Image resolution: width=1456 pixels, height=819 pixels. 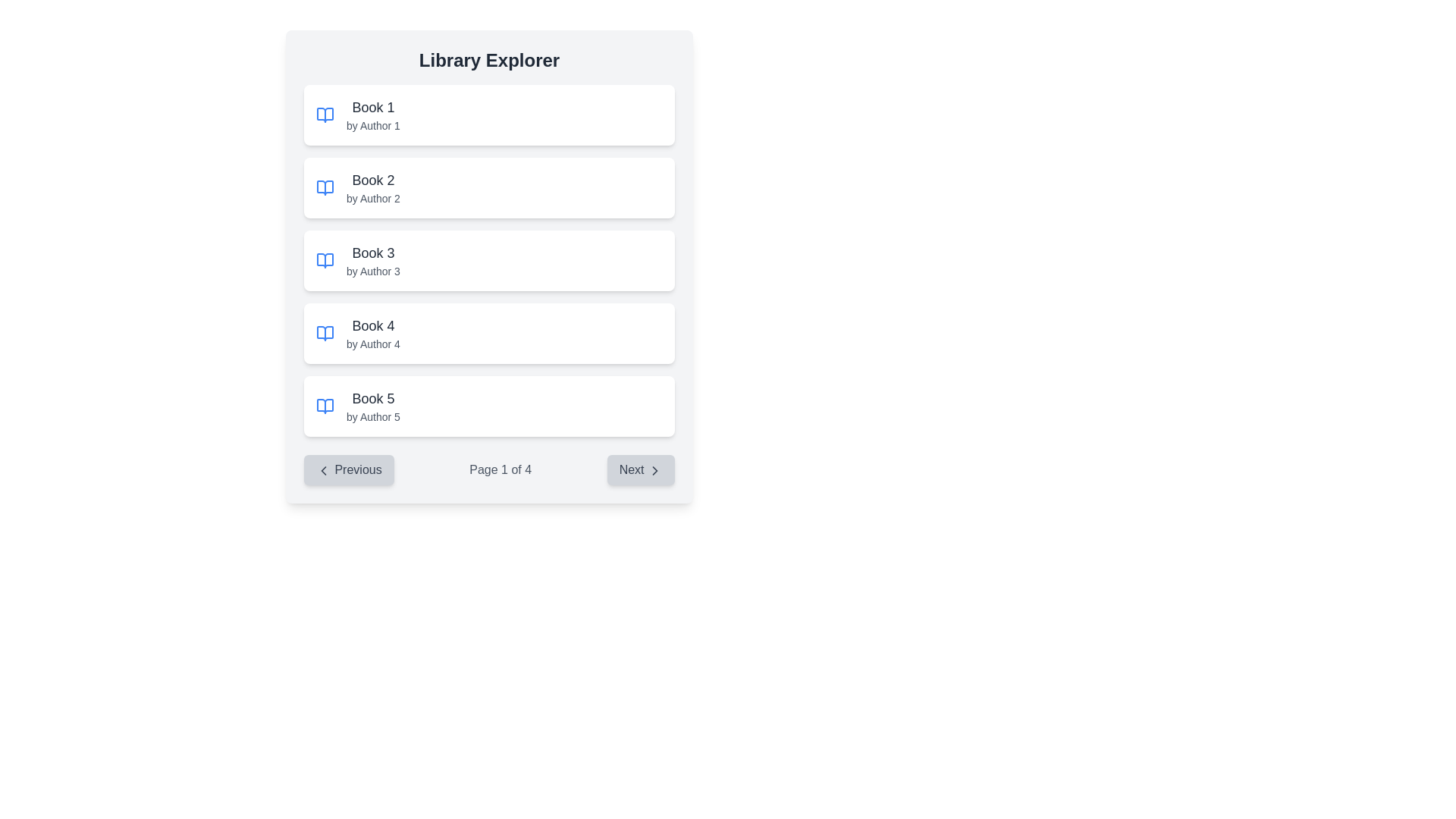 What do you see at coordinates (324, 187) in the screenshot?
I see `the SVG icon representing an open book, which is the second item in a vertical list of book entries` at bounding box center [324, 187].